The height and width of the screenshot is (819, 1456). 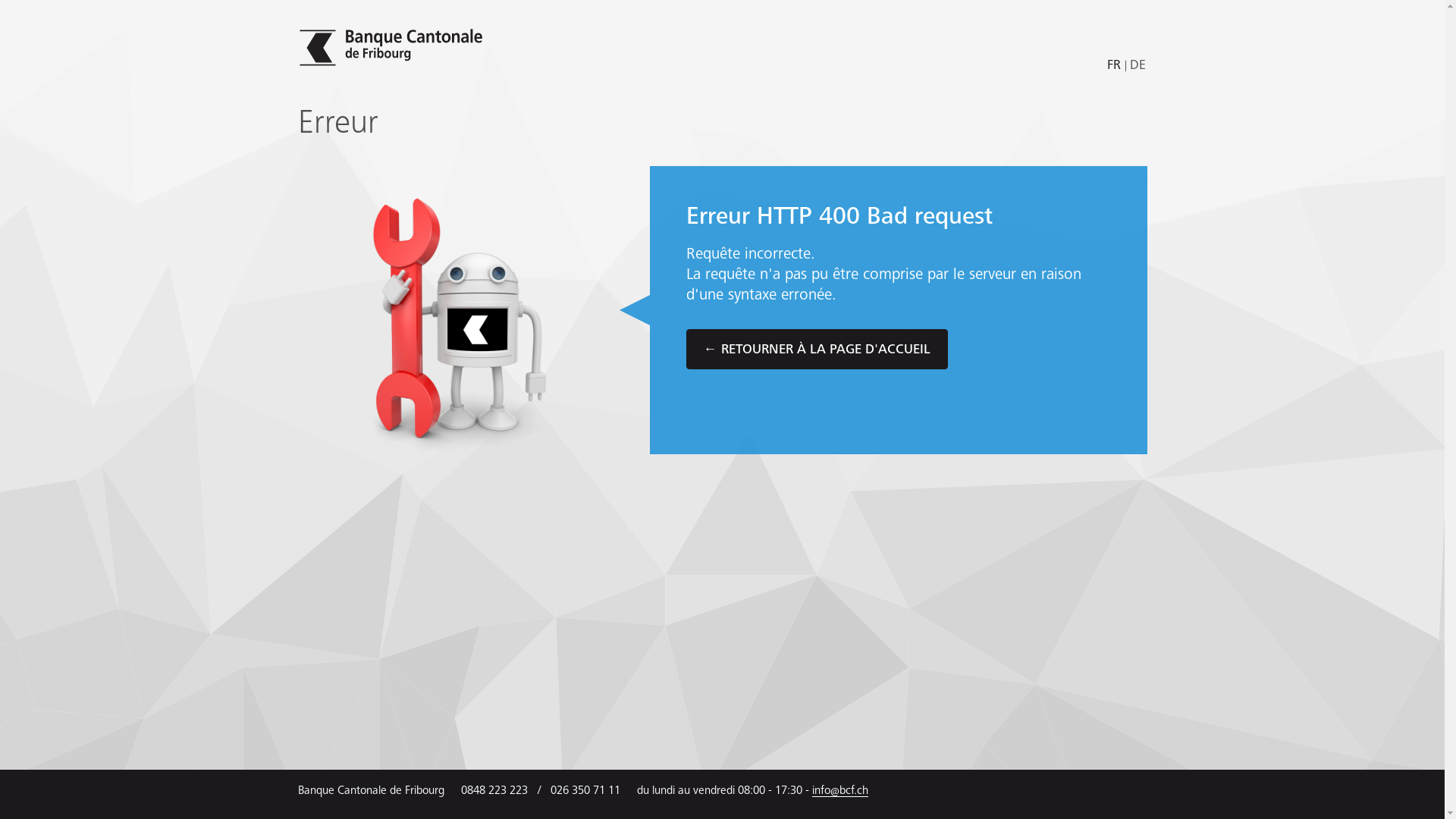 What do you see at coordinates (1116, 65) in the screenshot?
I see `'FR'` at bounding box center [1116, 65].